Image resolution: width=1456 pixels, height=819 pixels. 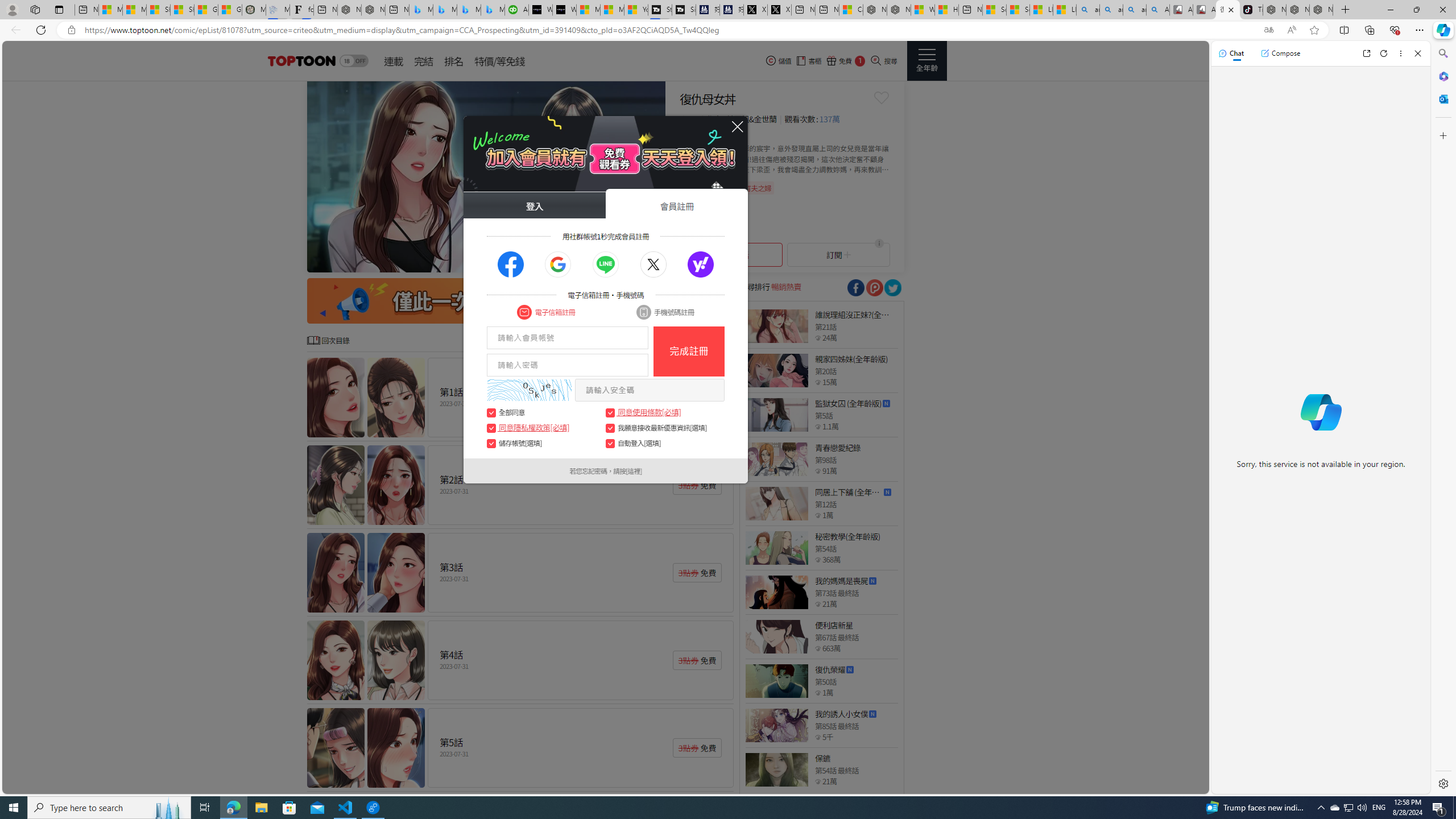 I want to click on 'Amazon Echo Robot - Search Images', so click(x=1157, y=9).